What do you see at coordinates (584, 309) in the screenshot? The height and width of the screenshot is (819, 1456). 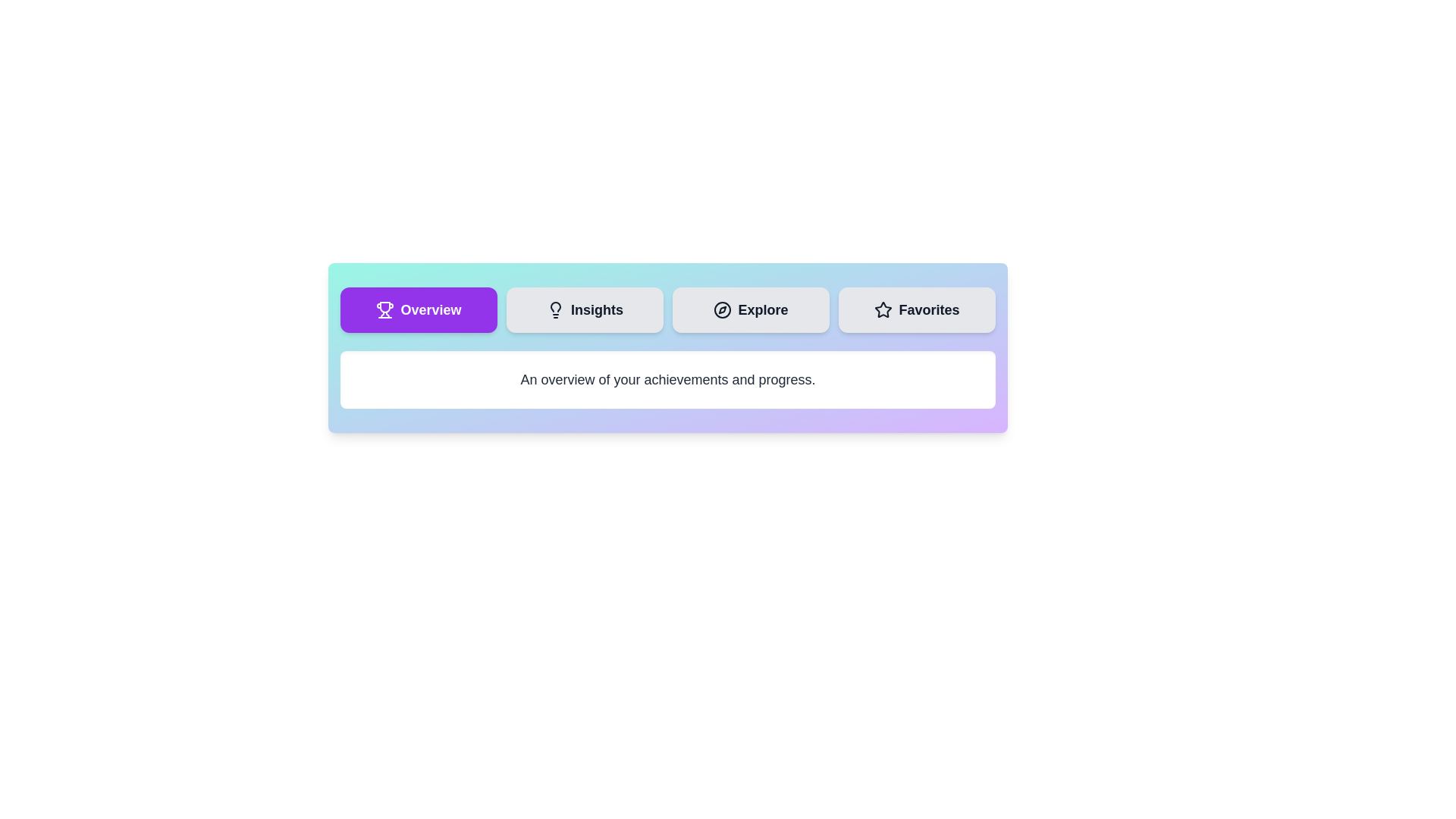 I see `the tab labeled Insights to observe its hover effect` at bounding box center [584, 309].